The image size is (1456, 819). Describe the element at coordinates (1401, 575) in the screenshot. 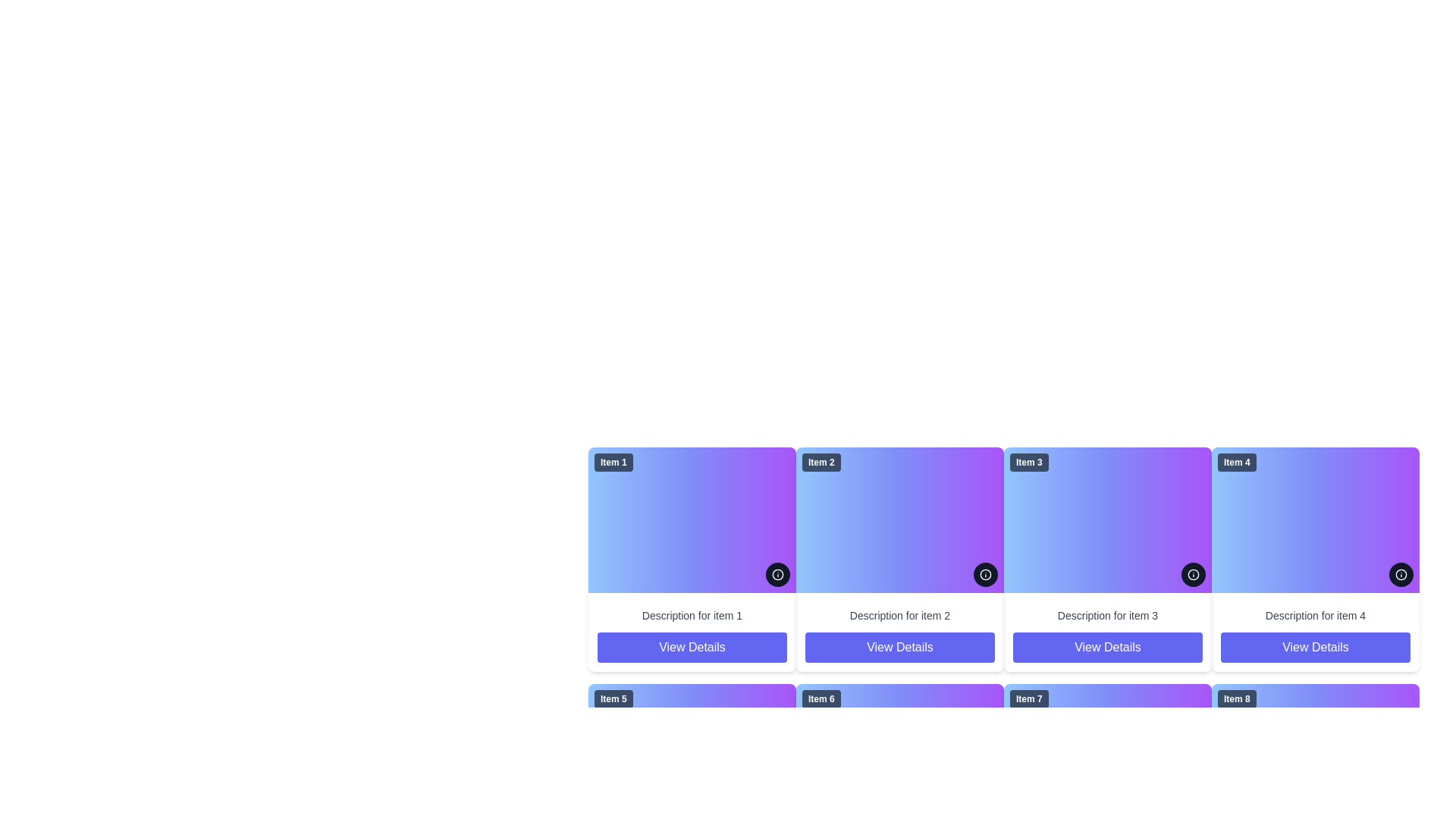

I see `the 'info' button located at the bottom-right of the card titled 'Item 4'` at that location.